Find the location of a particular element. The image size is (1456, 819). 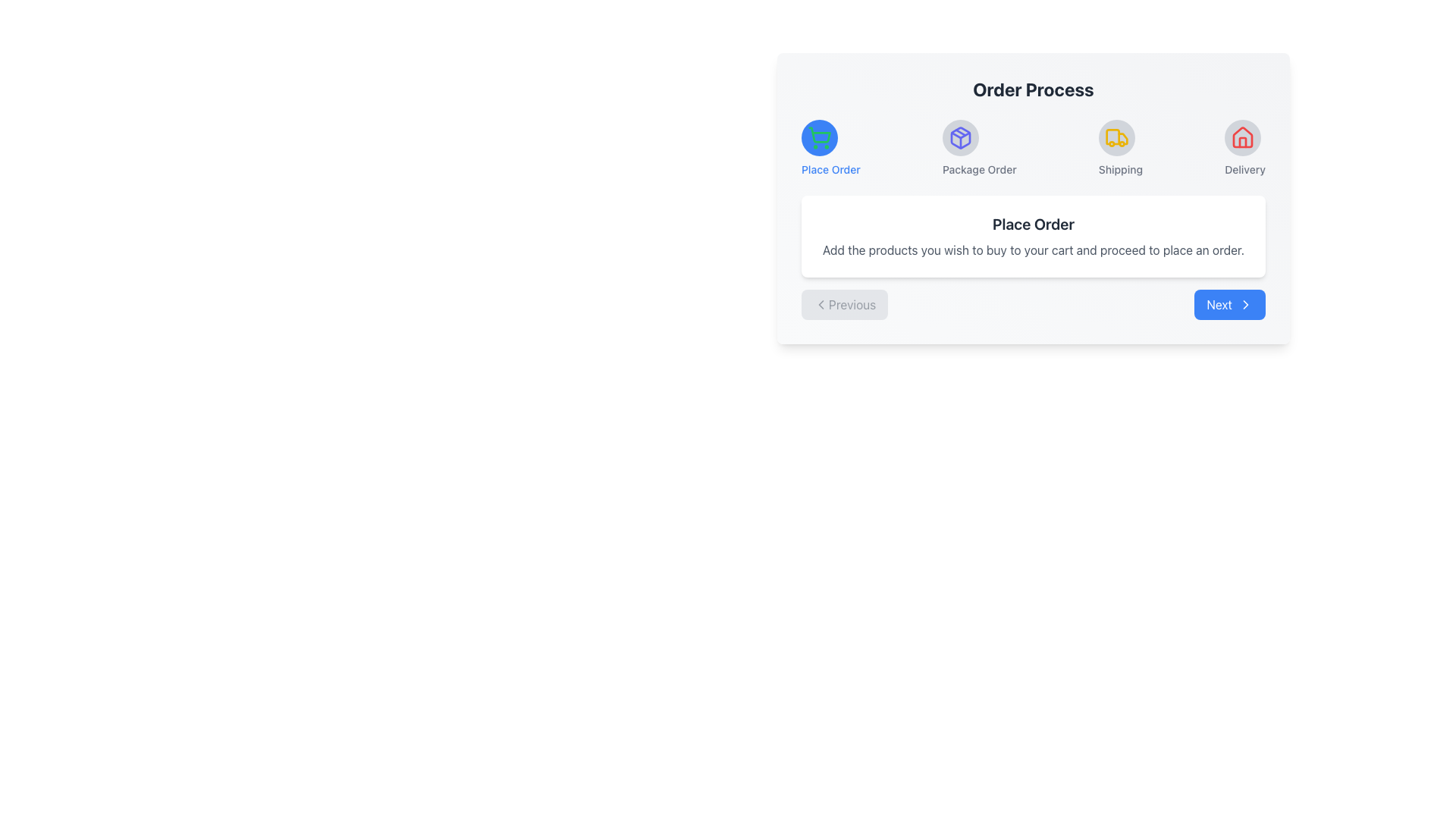

the circular button with a gray background and a red house-shaped icon, which is the fourth in a sequence of four icons above the 'Order Process' text section is located at coordinates (1243, 137).